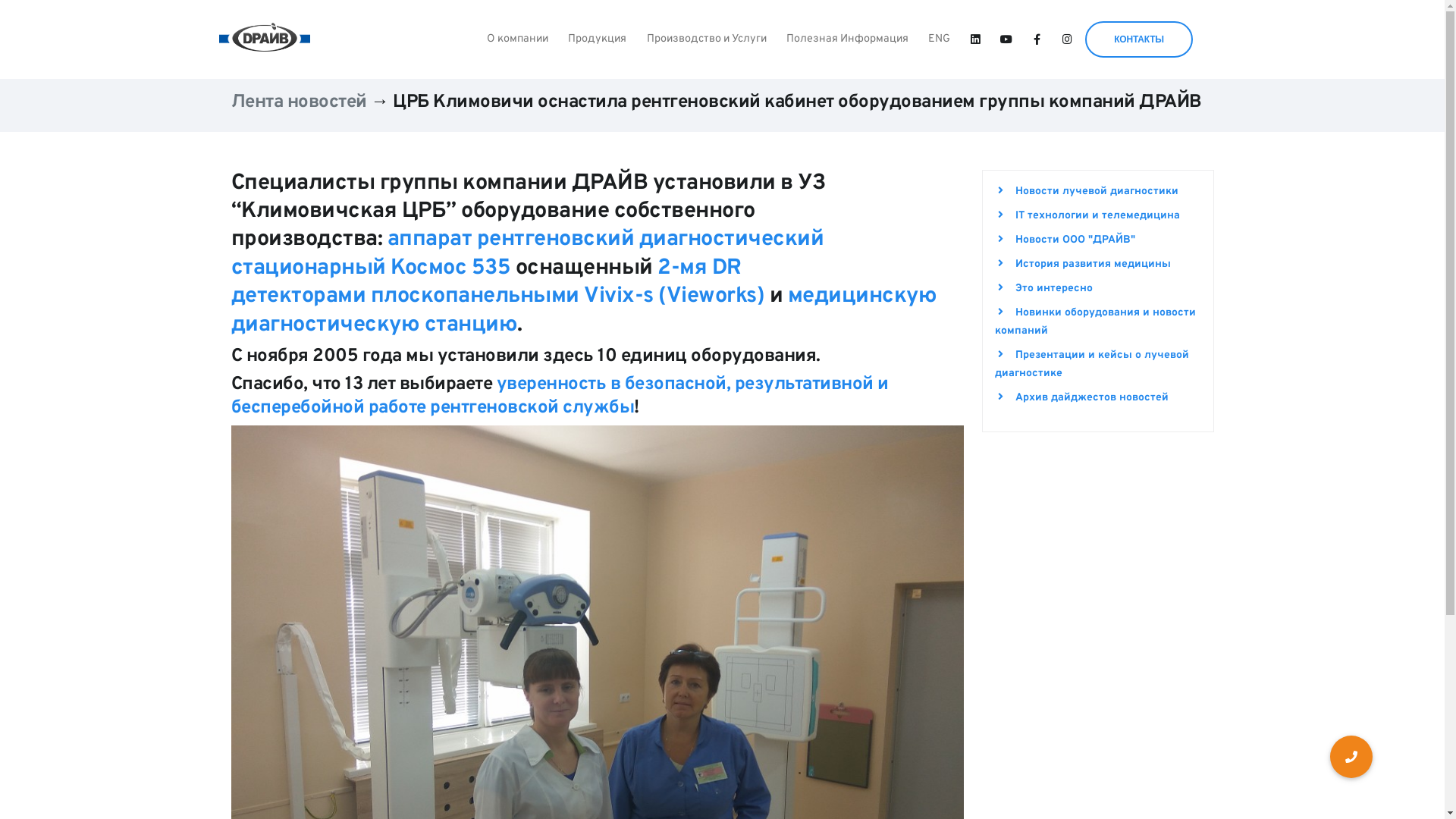 The width and height of the screenshot is (1456, 819). What do you see at coordinates (975, 39) in the screenshot?
I see `'LinkedIn'` at bounding box center [975, 39].